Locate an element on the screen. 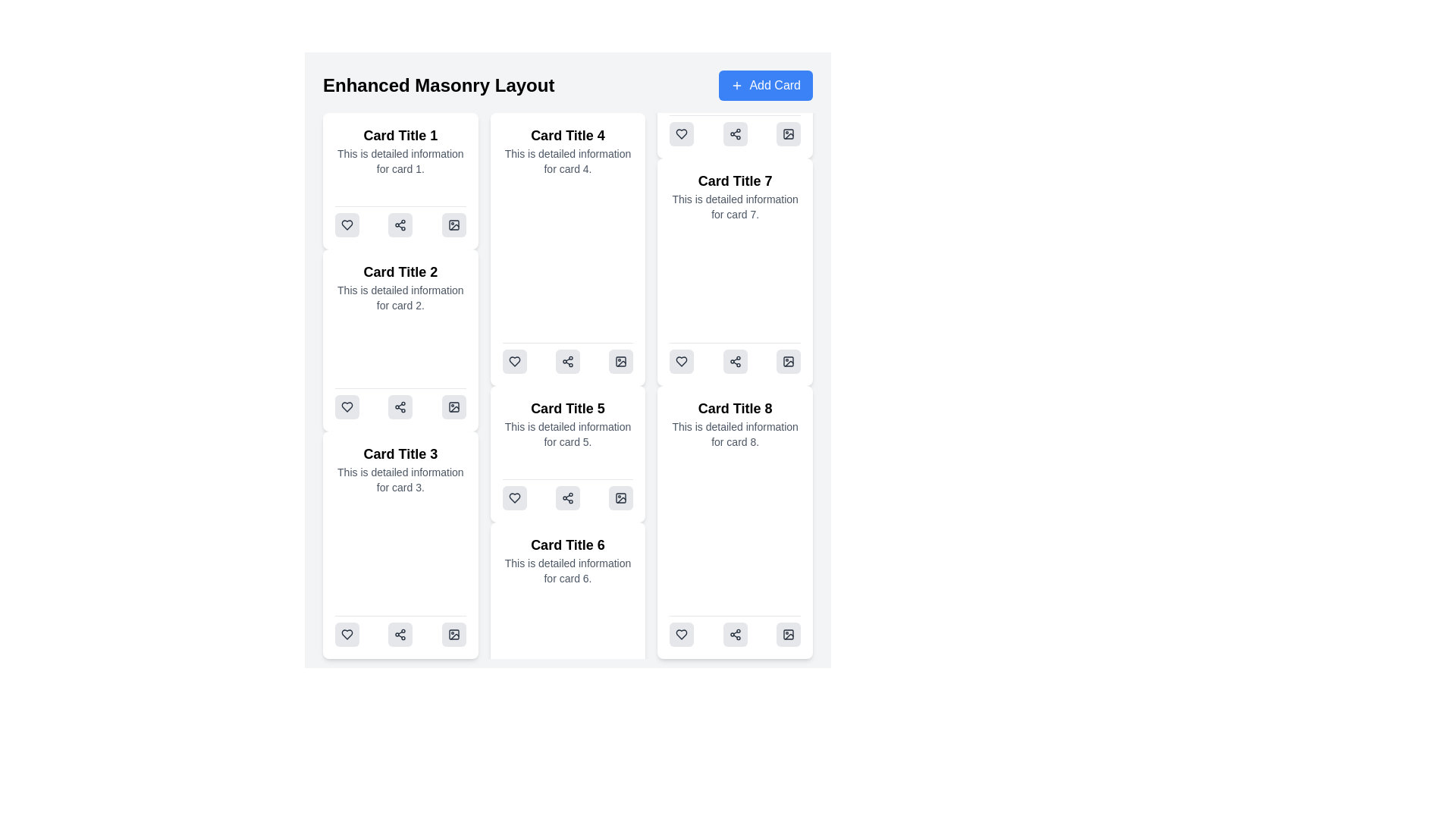  the share icon in the bottom toolbar of 'Card Title 3' is located at coordinates (400, 635).